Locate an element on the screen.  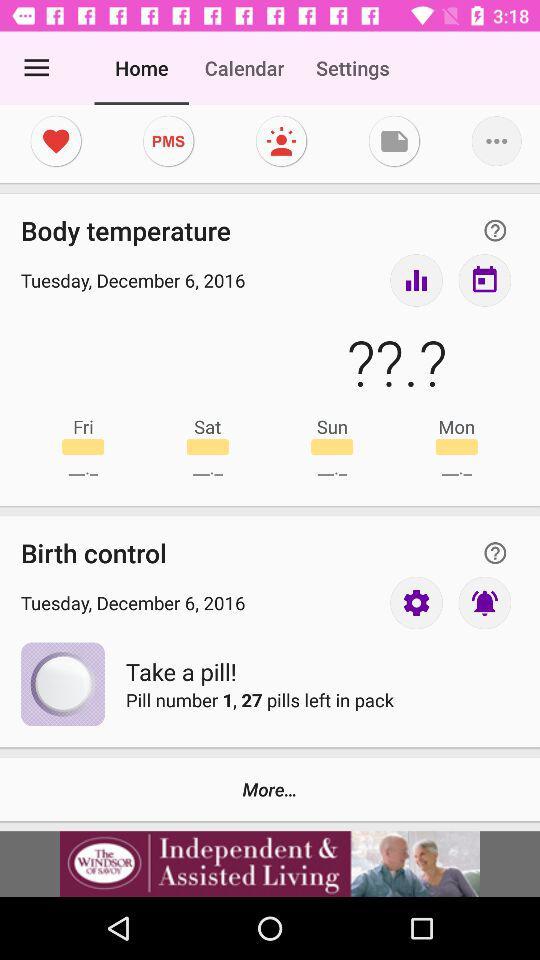
open more information button is located at coordinates (494, 553).